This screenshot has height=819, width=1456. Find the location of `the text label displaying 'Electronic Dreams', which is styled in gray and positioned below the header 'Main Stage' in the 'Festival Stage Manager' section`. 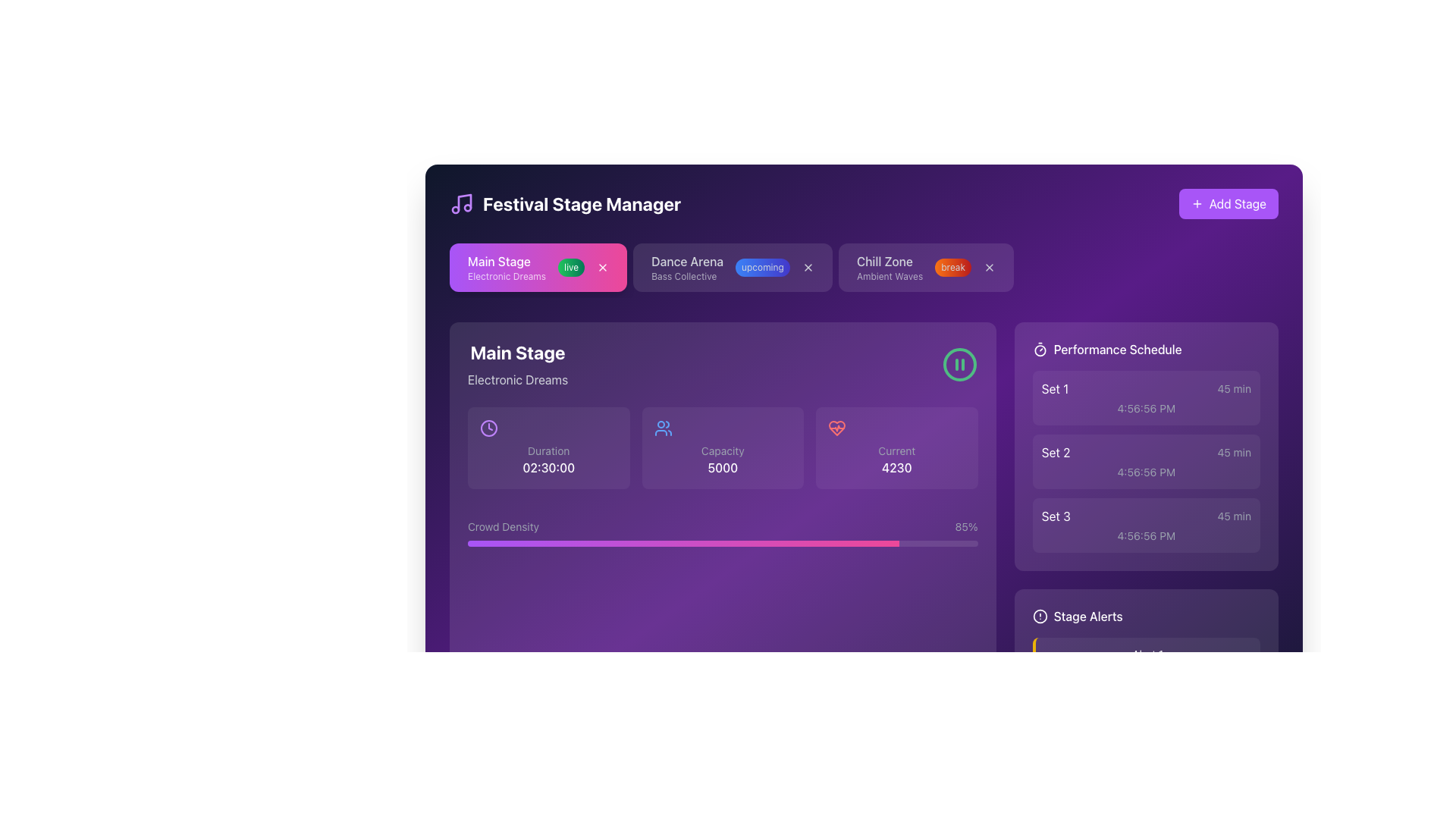

the text label displaying 'Electronic Dreams', which is styled in gray and positioned below the header 'Main Stage' in the 'Festival Stage Manager' section is located at coordinates (518, 379).